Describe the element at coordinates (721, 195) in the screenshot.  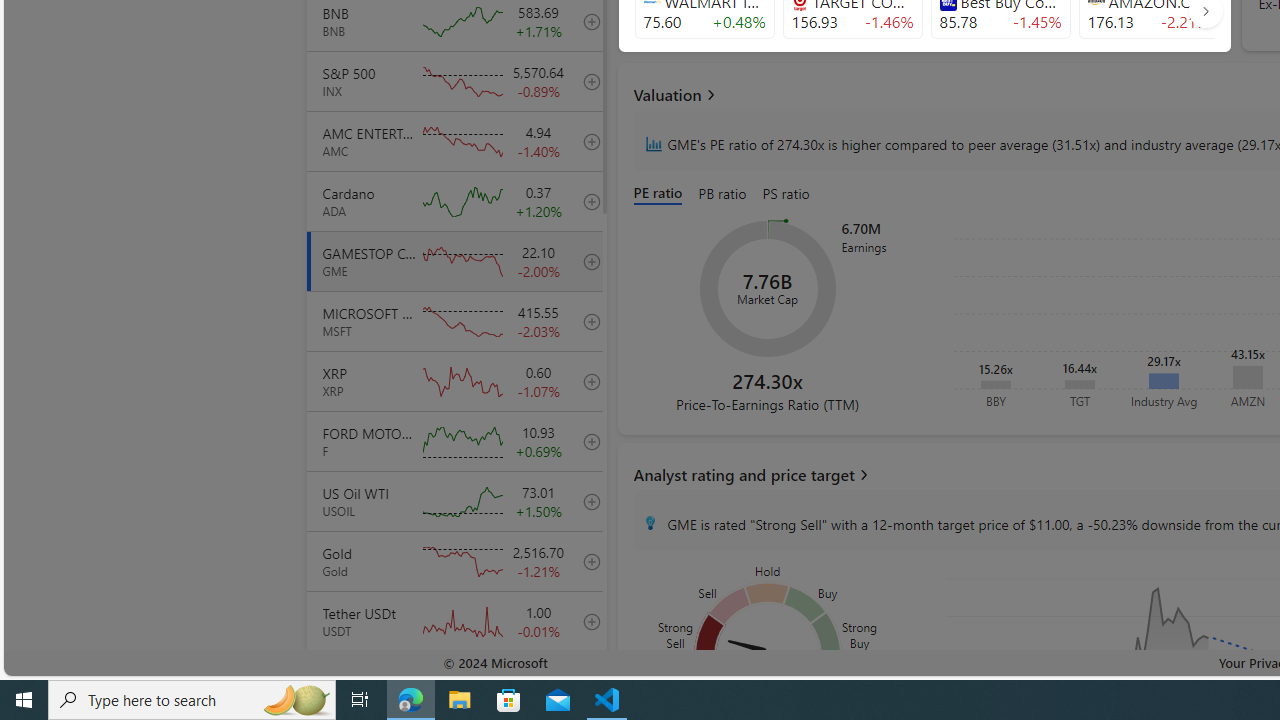
I see `'PB ratio'` at that location.